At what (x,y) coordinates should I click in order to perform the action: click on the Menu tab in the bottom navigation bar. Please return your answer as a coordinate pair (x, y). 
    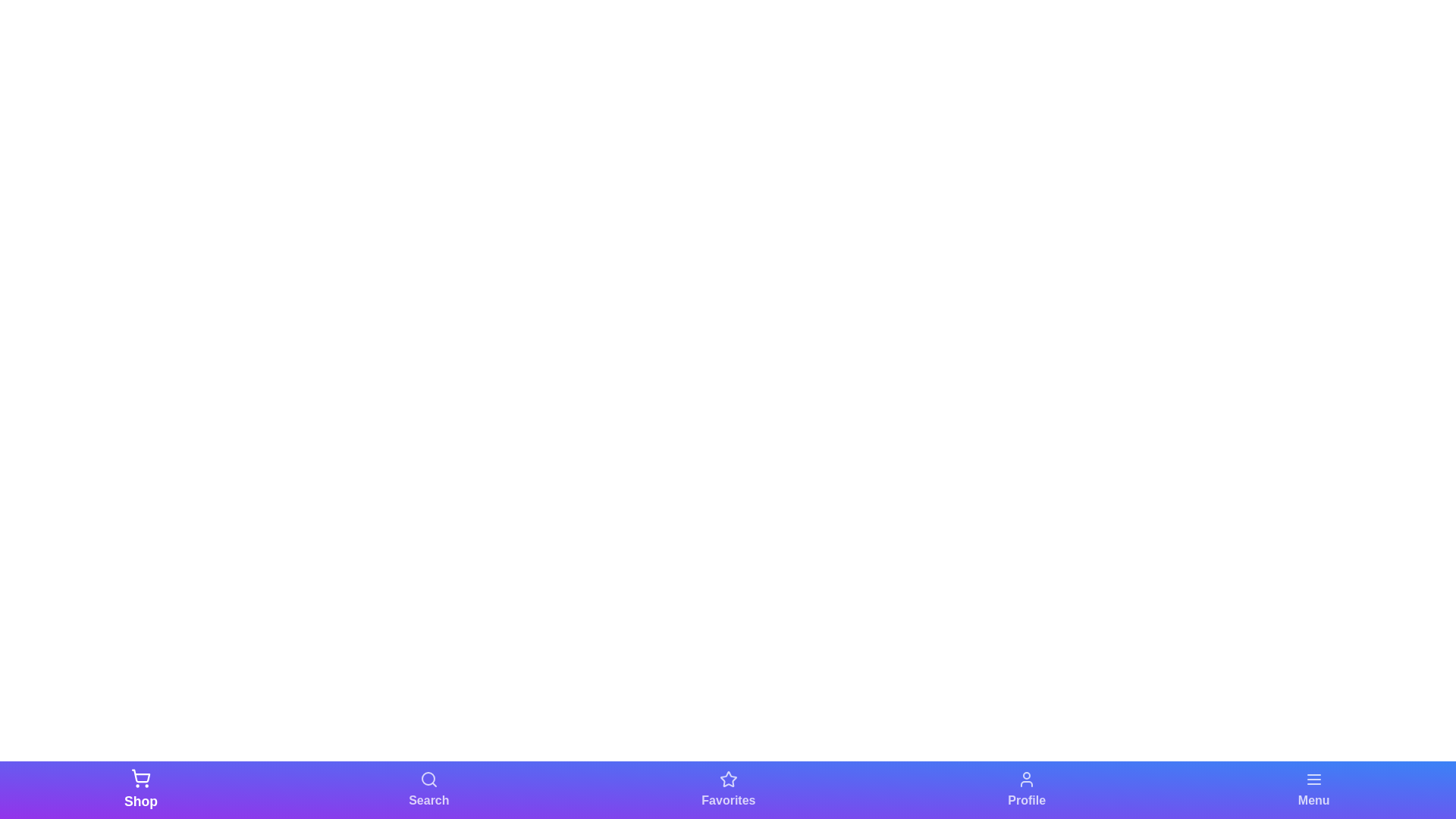
    Looking at the image, I should click on (1313, 789).